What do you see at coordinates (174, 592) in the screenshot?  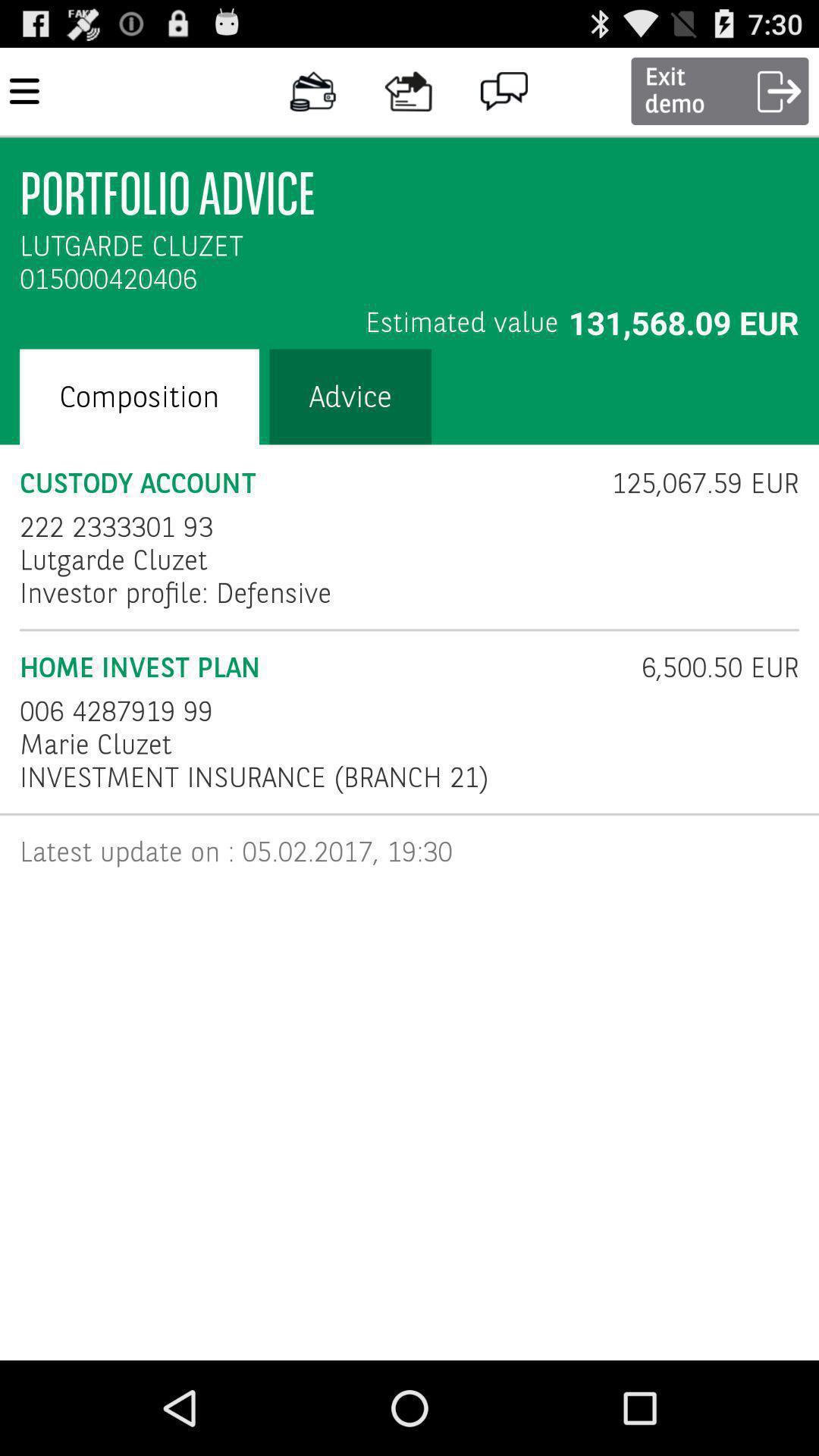 I see `item below the lutgarde cluzet checkbox` at bounding box center [174, 592].